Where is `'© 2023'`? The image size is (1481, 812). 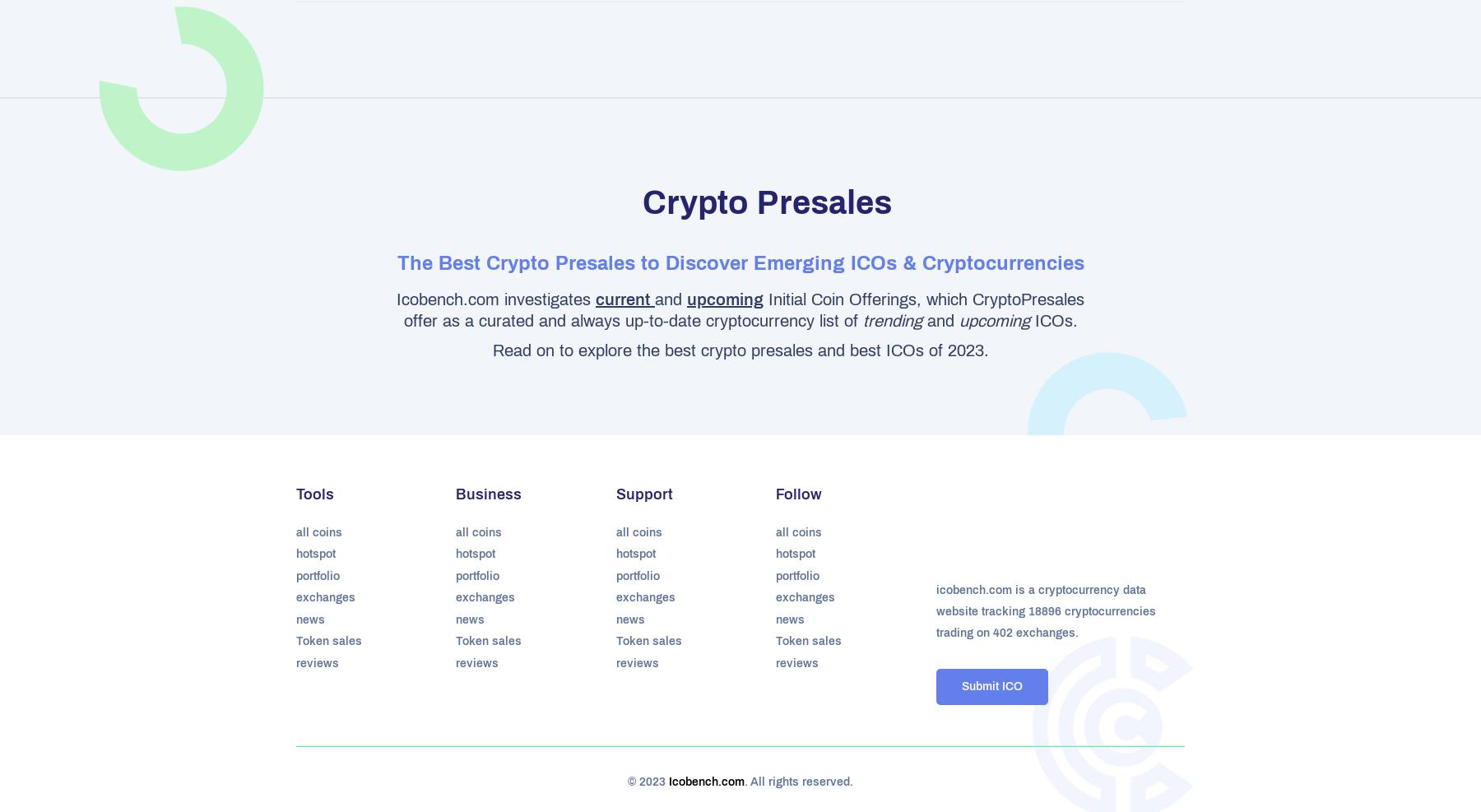 '© 2023' is located at coordinates (648, 782).